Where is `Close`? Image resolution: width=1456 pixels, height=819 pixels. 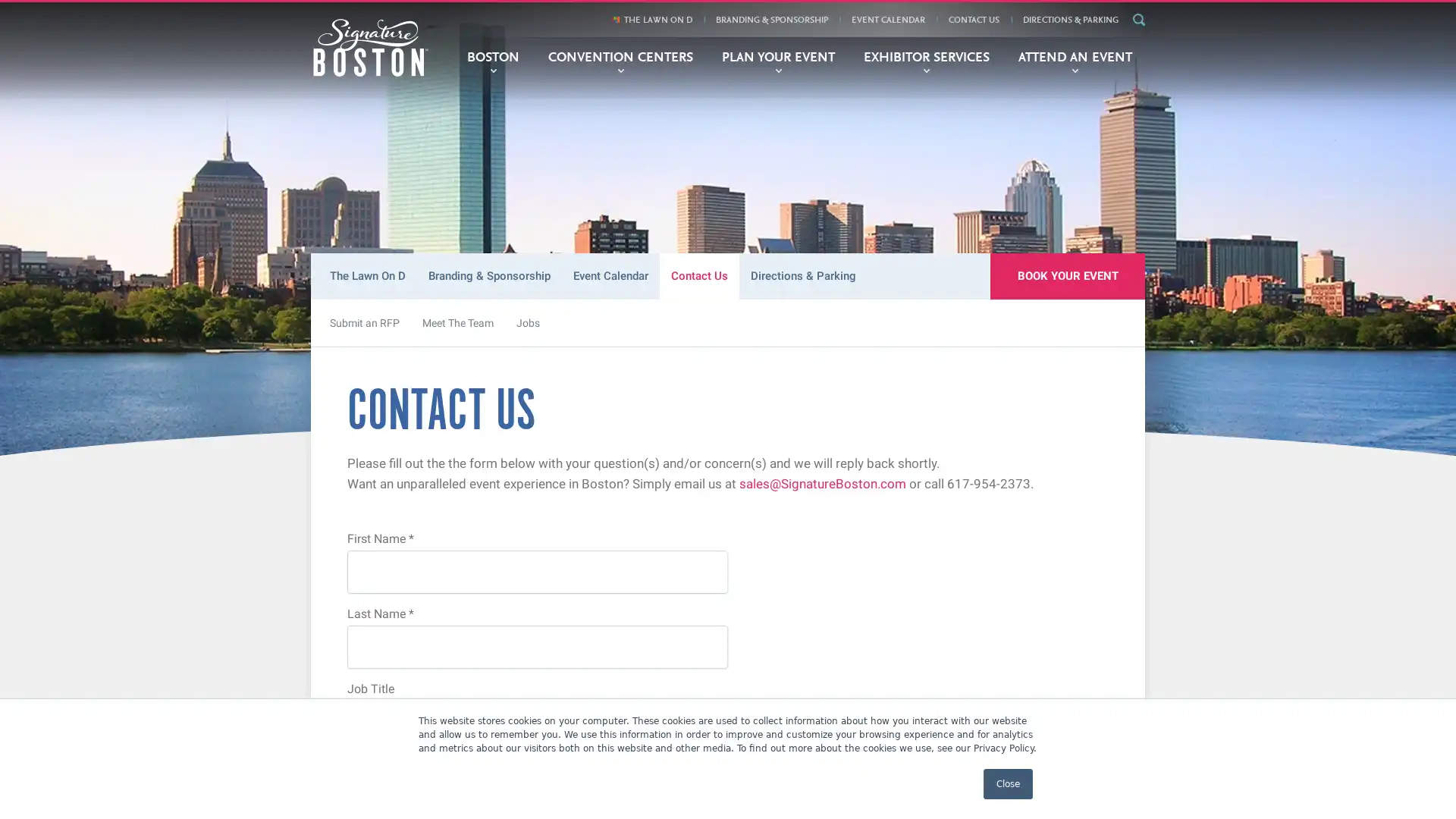 Close is located at coordinates (1008, 783).